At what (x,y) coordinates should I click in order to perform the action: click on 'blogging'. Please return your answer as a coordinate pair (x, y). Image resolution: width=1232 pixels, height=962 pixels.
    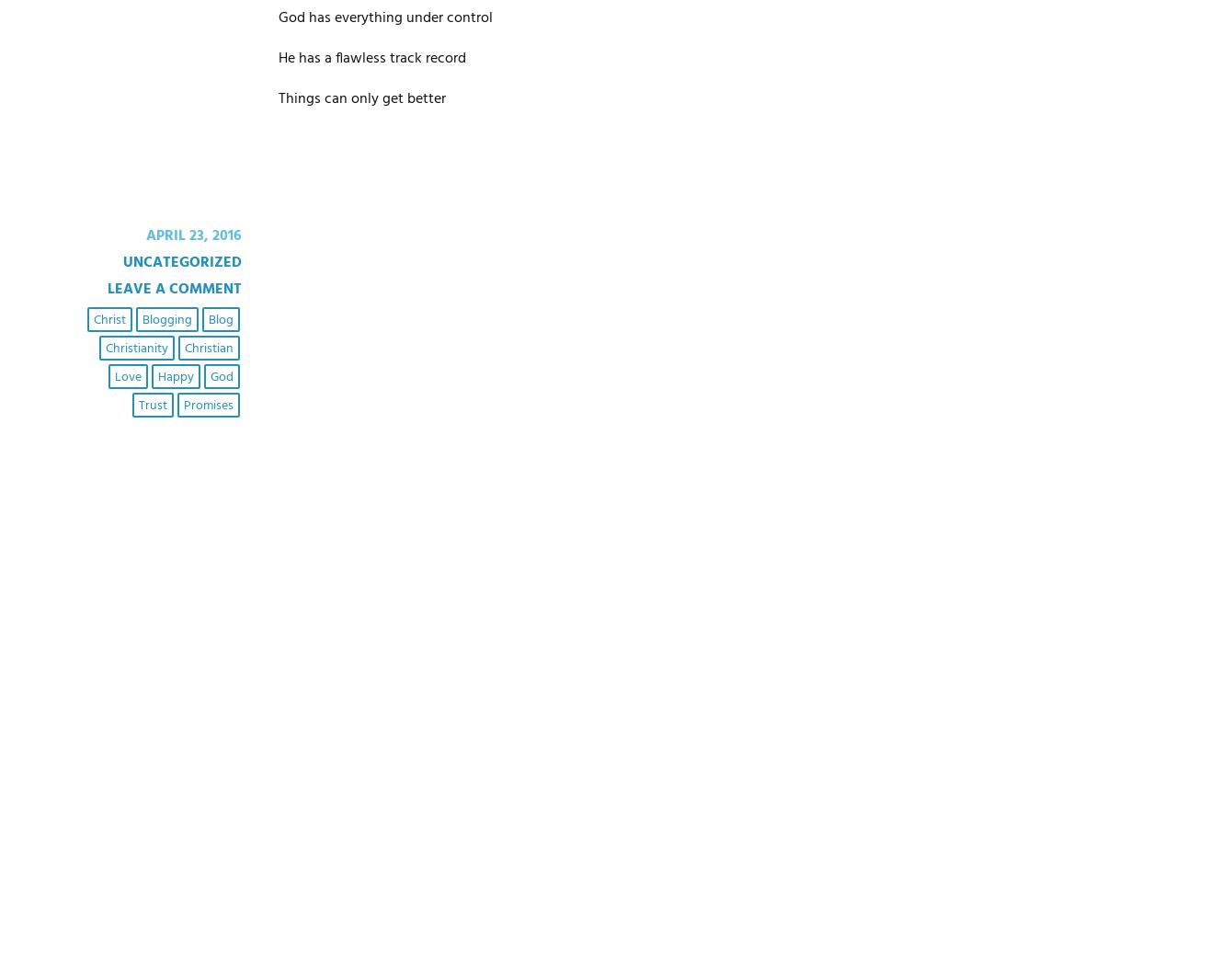
    Looking at the image, I should click on (165, 318).